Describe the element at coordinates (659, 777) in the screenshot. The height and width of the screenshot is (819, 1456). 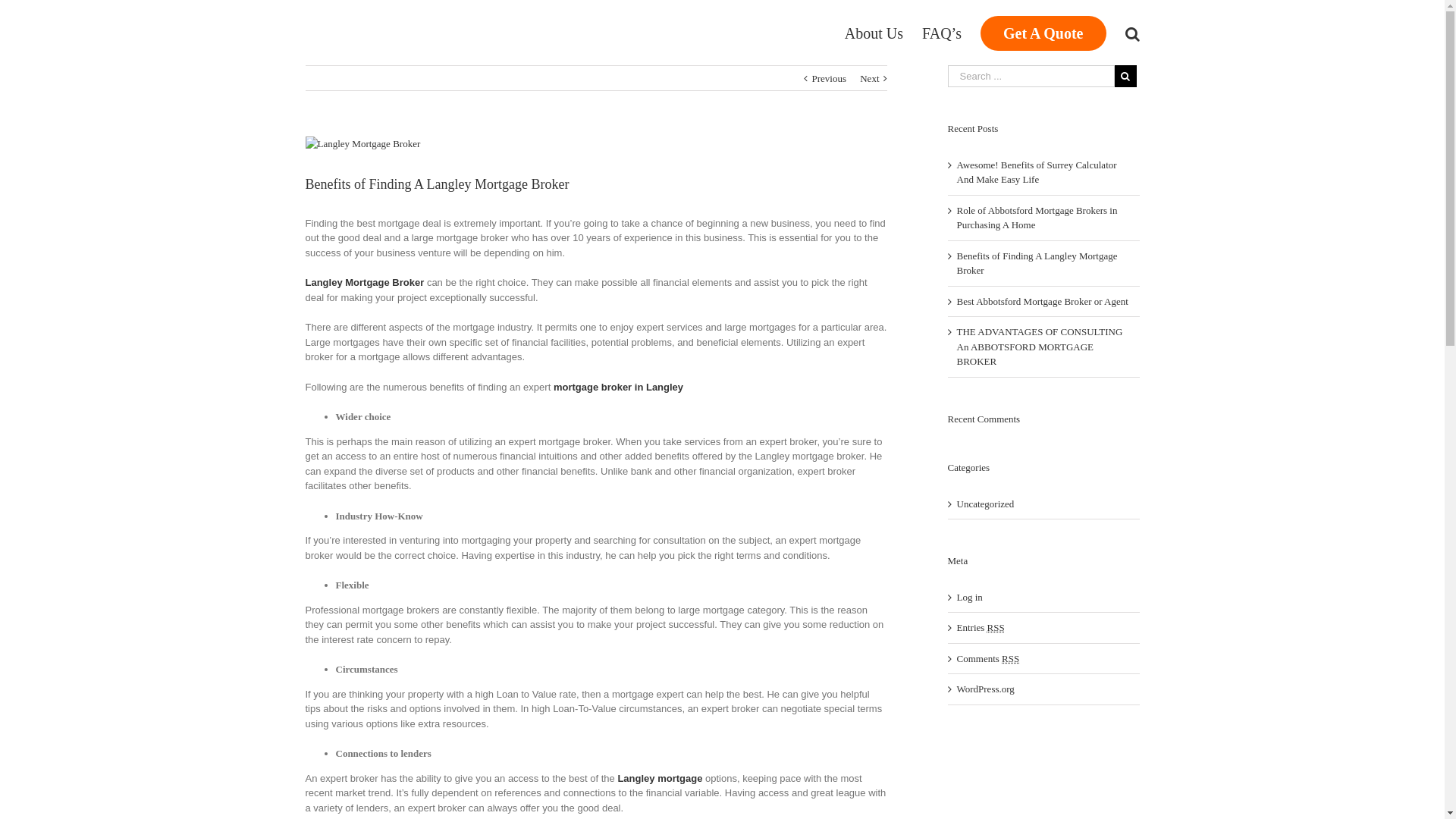
I see `'Langley mortgage'` at that location.